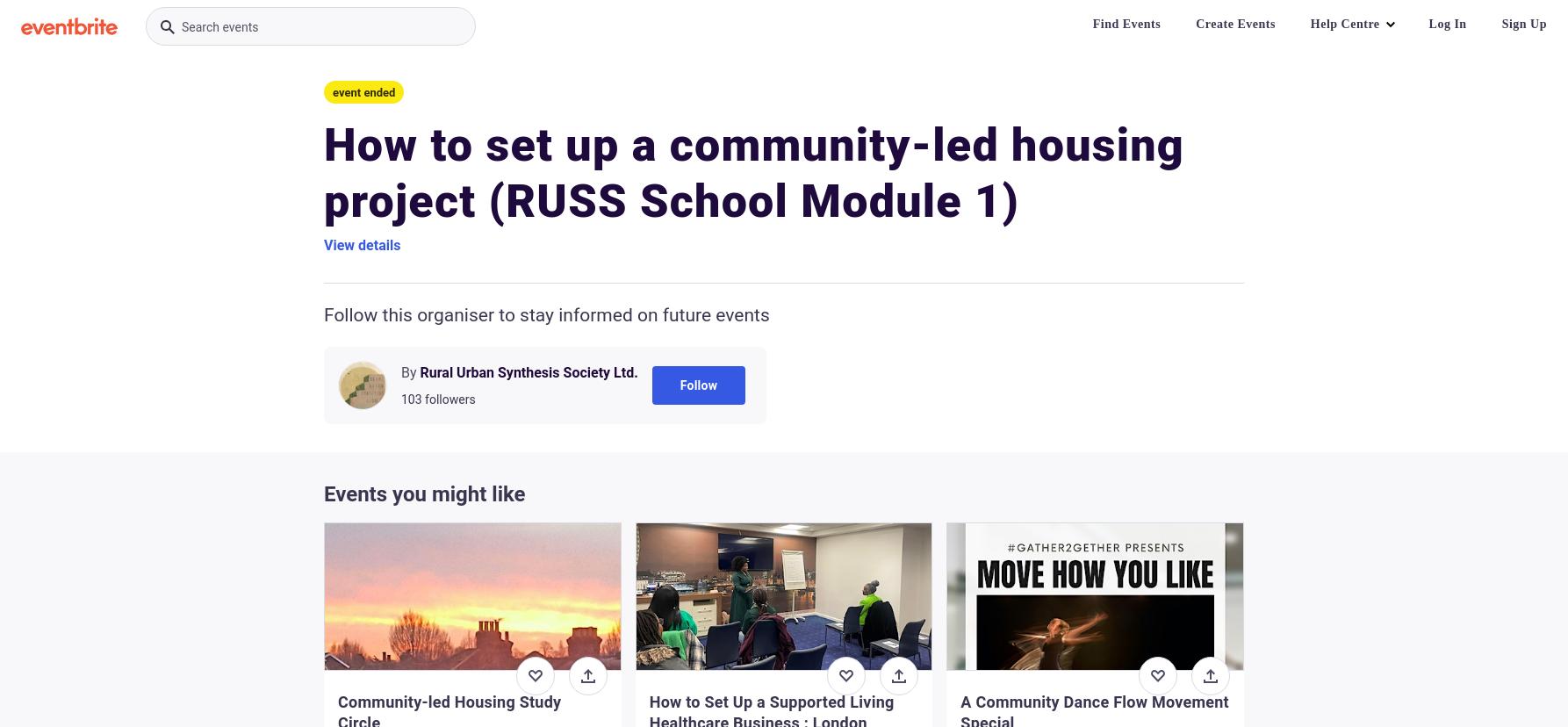 The height and width of the screenshot is (727, 1568). I want to click on 'View details', so click(362, 245).